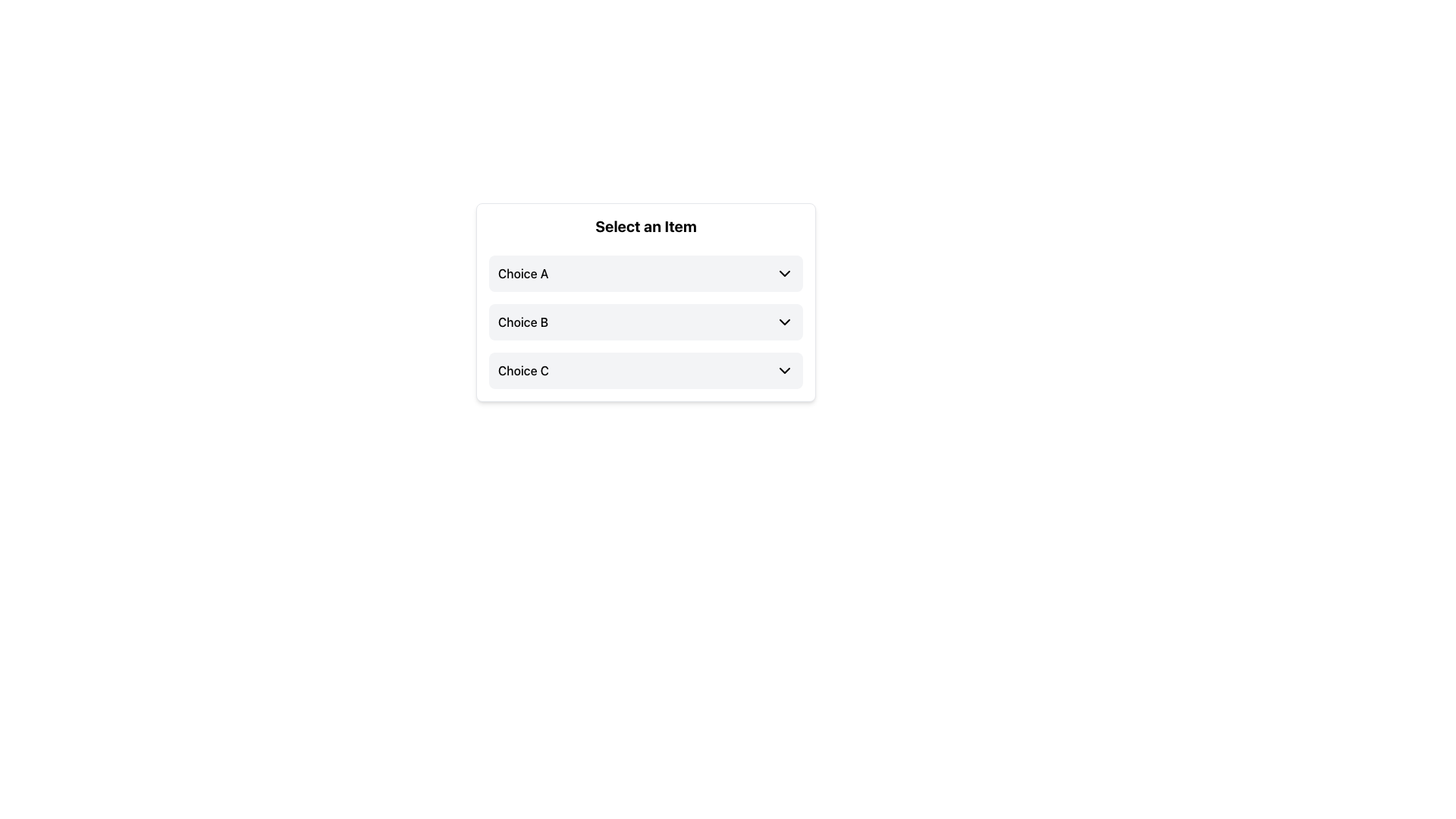  I want to click on the second item in the dropdown list, so click(645, 321).